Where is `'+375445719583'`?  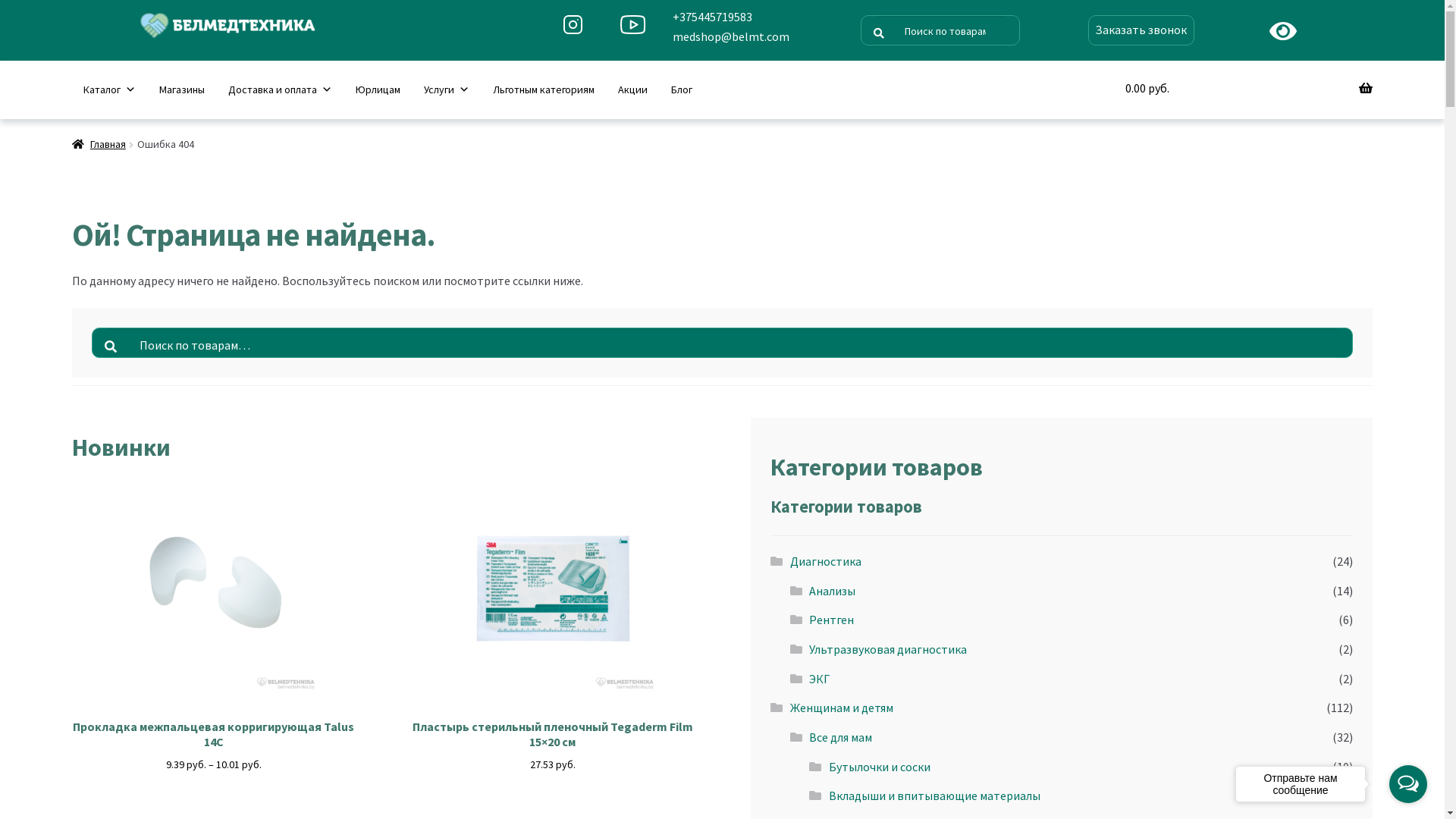
'+375445719583' is located at coordinates (672, 17).